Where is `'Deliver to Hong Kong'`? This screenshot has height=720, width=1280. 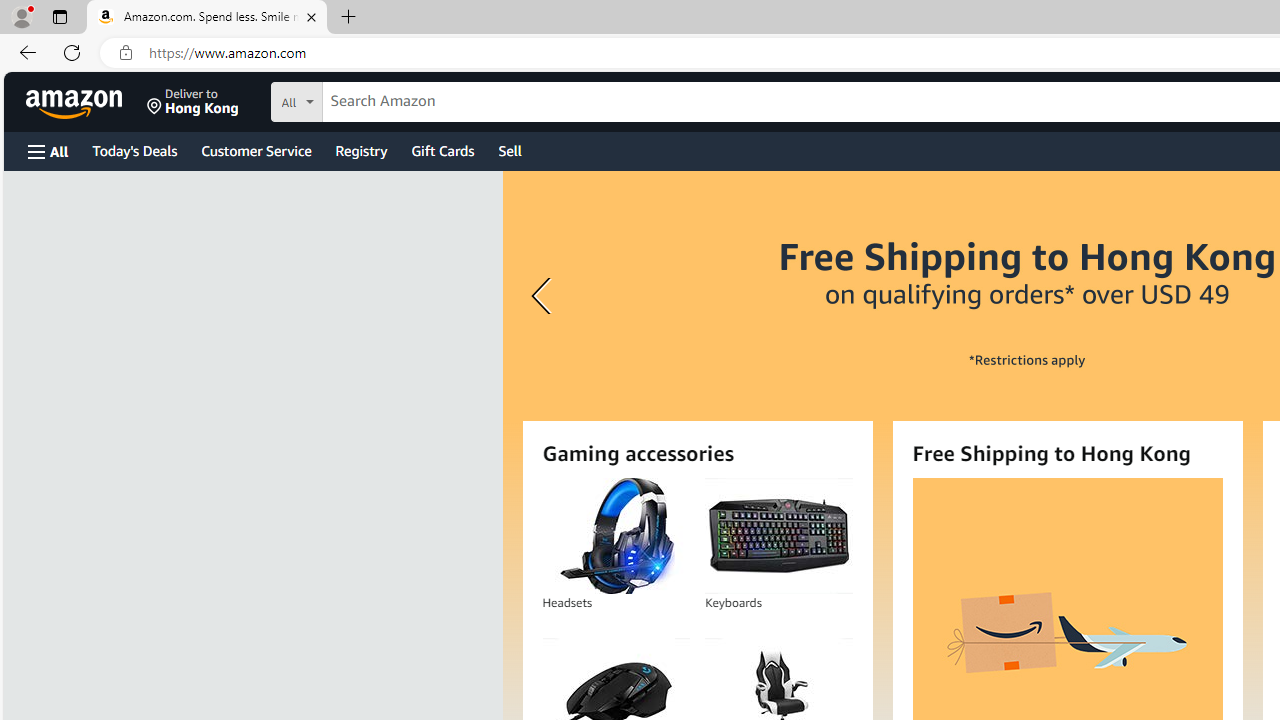
'Deliver to Hong Kong' is located at coordinates (193, 101).